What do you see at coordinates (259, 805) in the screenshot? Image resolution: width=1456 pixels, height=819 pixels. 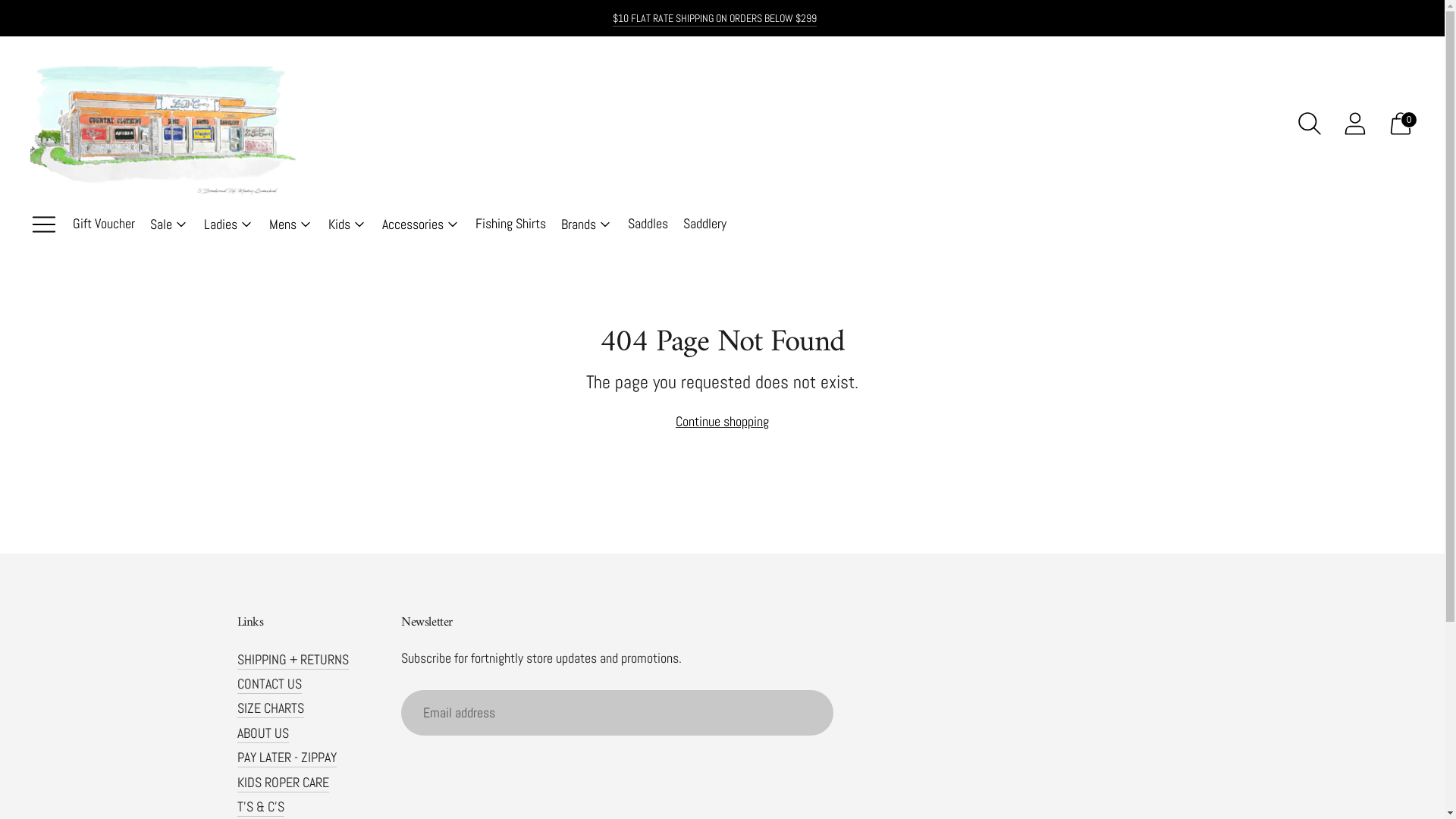 I see `'T'S & C'S'` at bounding box center [259, 805].